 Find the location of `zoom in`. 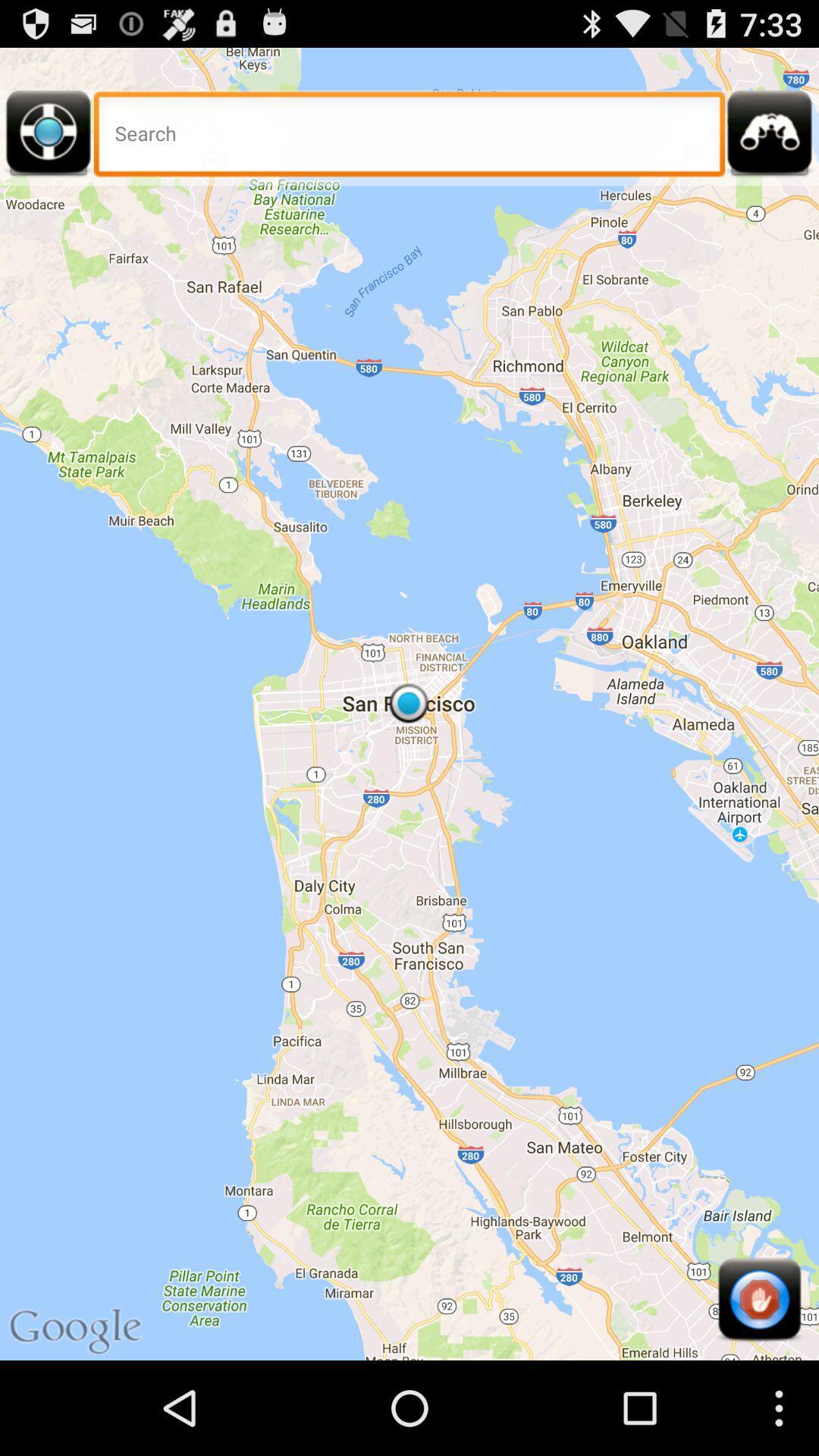

zoom in is located at coordinates (770, 138).